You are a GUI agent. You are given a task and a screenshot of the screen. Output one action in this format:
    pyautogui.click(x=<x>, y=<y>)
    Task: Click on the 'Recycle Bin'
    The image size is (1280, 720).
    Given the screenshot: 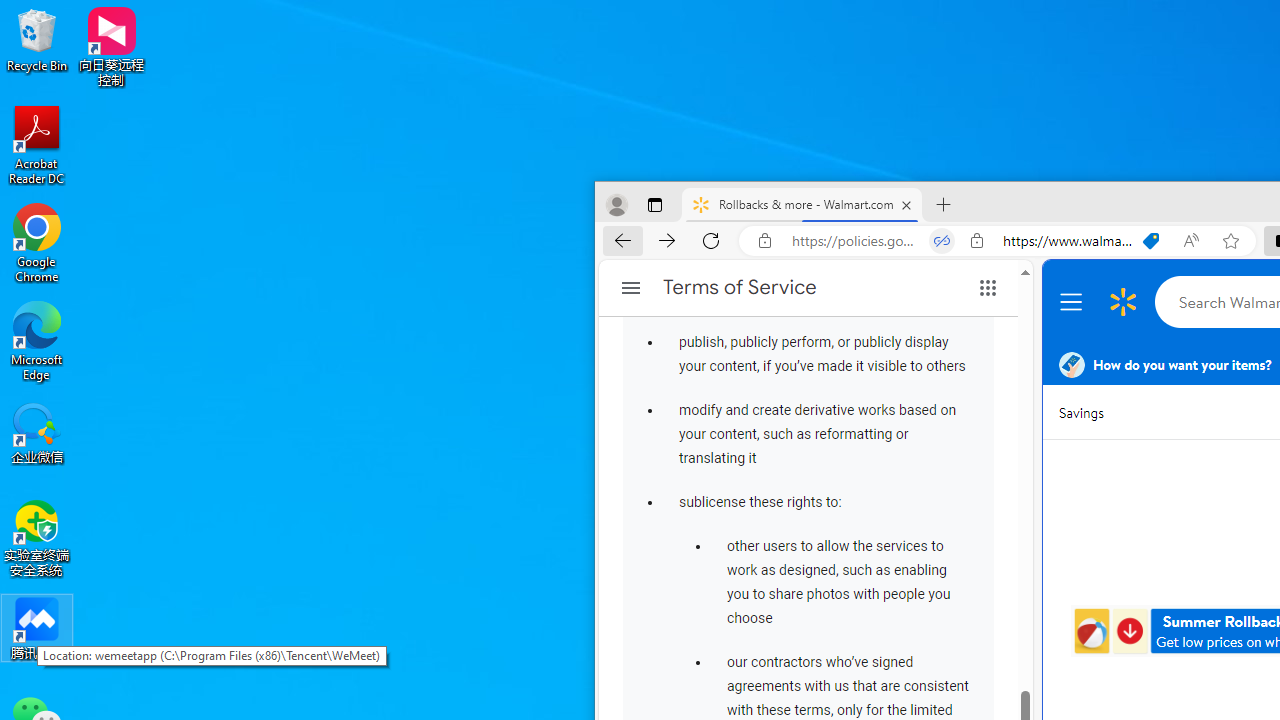 What is the action you would take?
    pyautogui.click(x=37, y=39)
    